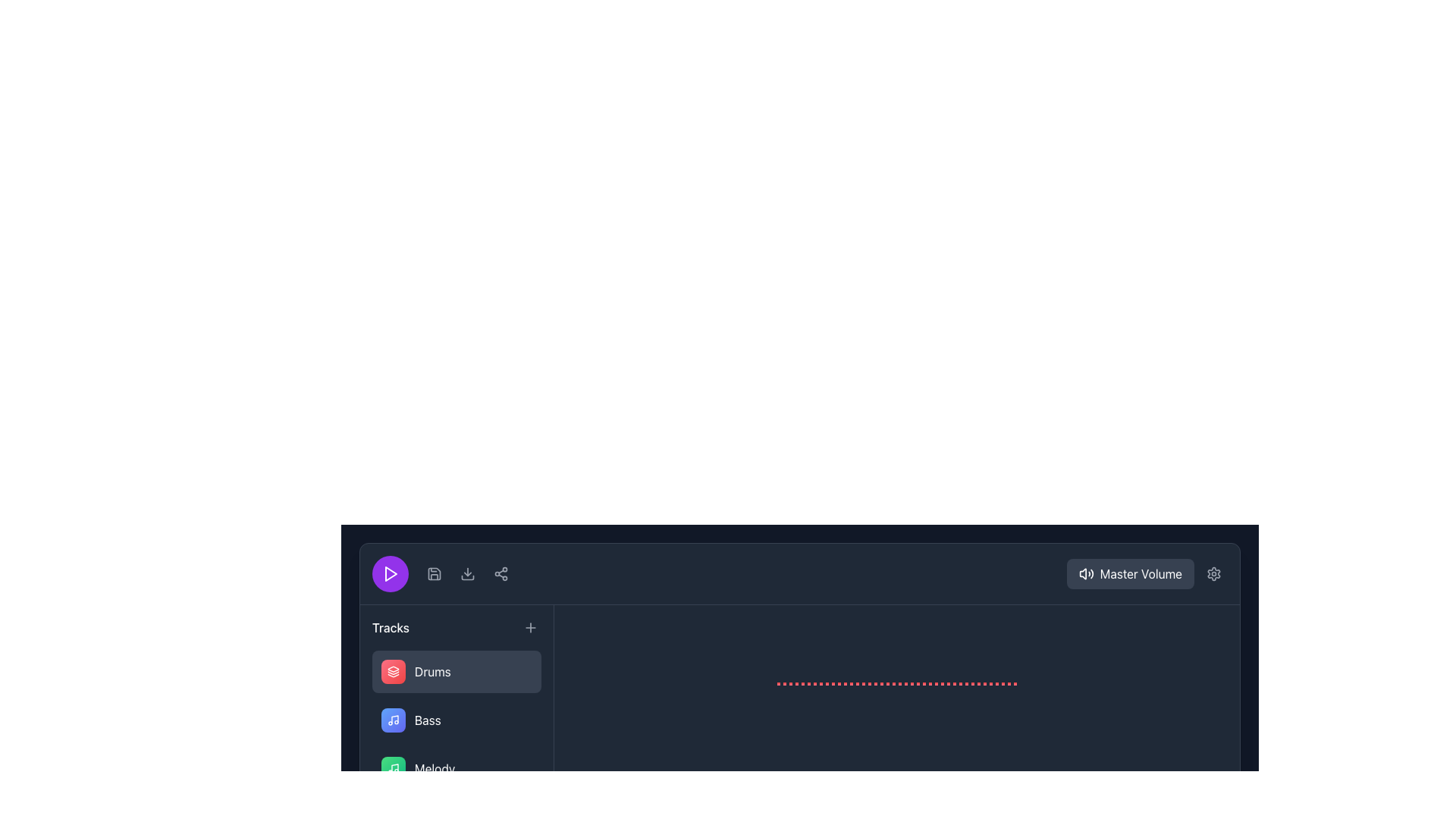 This screenshot has height=819, width=1456. What do you see at coordinates (456, 769) in the screenshot?
I see `the 'Melody' button, which is the third entry in the vertical list under the 'Tracks' section` at bounding box center [456, 769].